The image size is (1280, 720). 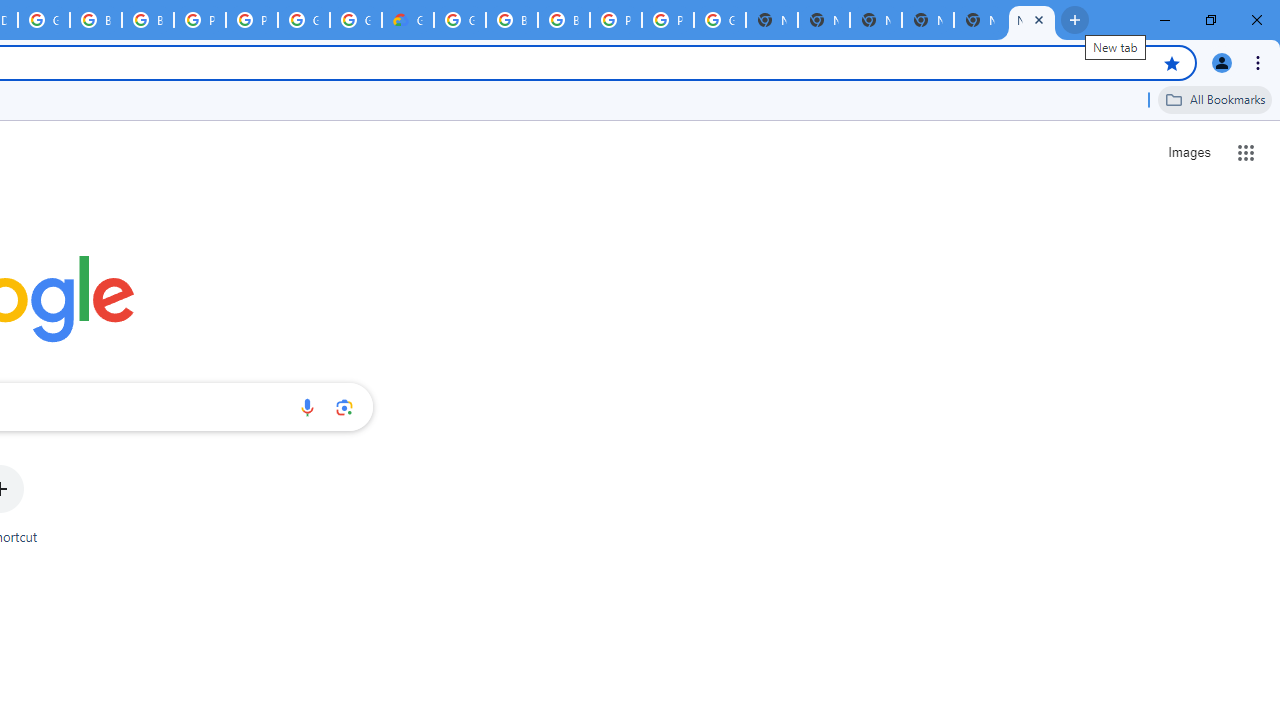 I want to click on 'Search for Images ', so click(x=1189, y=152).